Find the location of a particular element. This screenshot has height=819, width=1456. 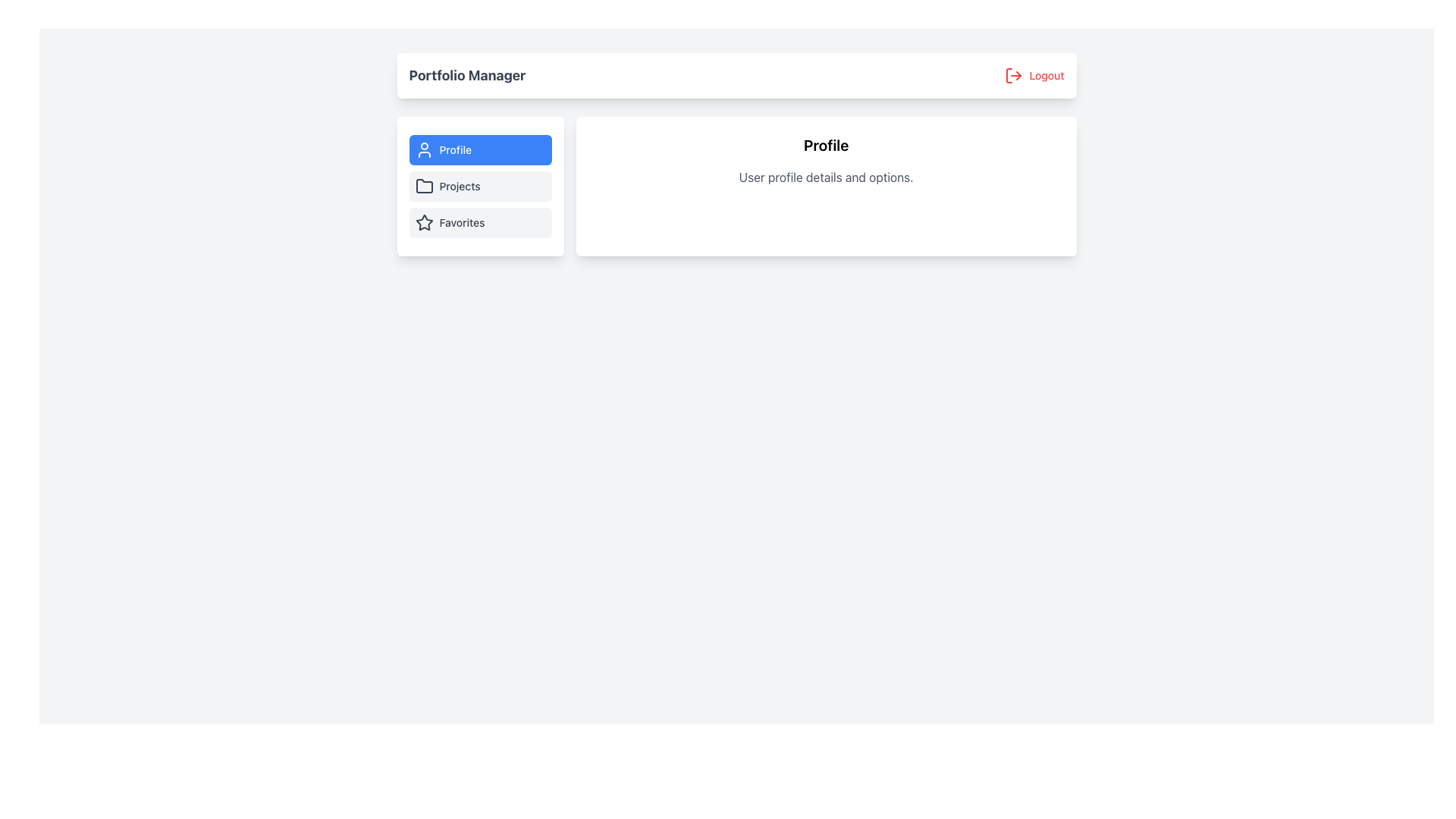

the folder icon in the vertical menu, which is styled with rounded edges and a top triangular cut-out, located below the profile icon and above the favorites icon is located at coordinates (424, 185).